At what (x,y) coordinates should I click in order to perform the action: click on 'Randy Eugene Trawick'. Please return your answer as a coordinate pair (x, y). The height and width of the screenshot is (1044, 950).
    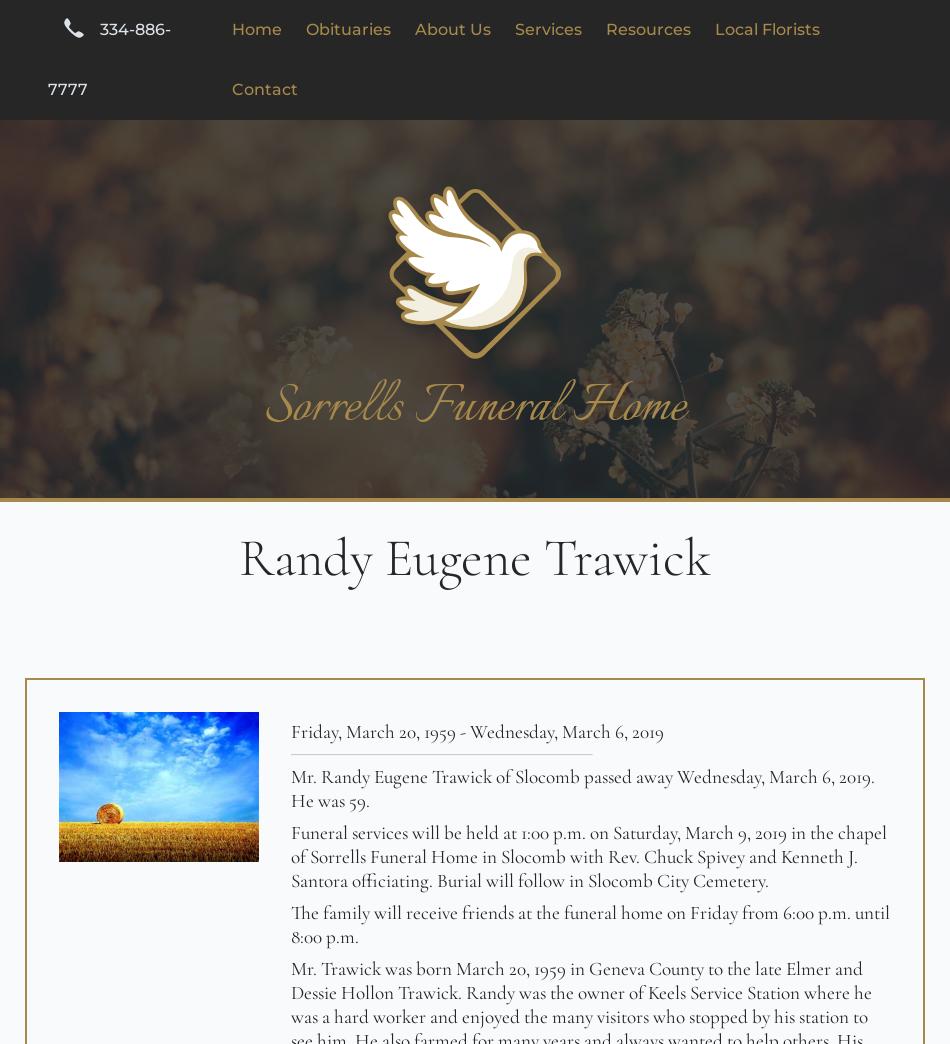
    Looking at the image, I should click on (475, 557).